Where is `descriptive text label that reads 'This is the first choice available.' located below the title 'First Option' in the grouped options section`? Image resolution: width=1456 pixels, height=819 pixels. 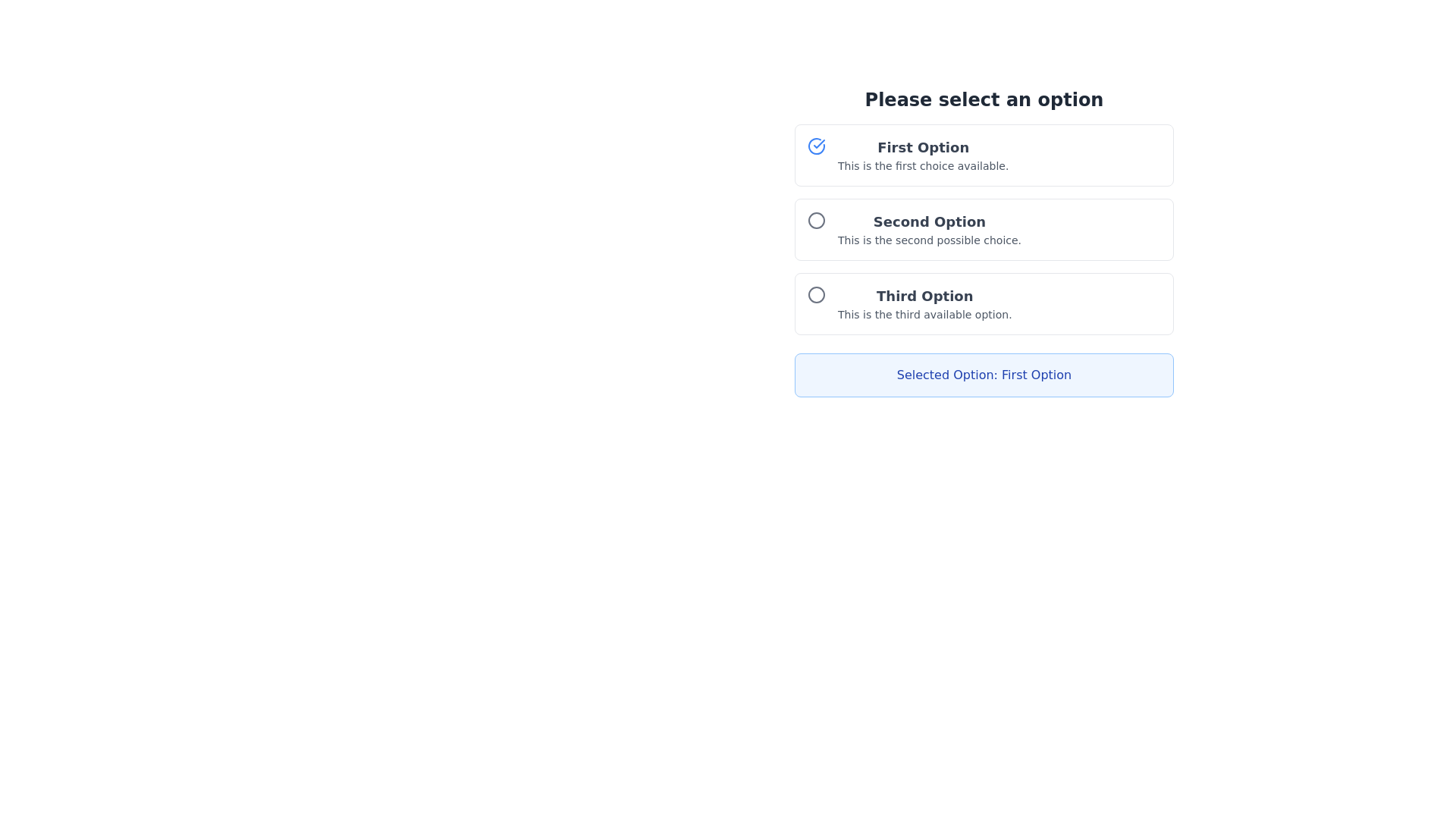 descriptive text label that reads 'This is the first choice available.' located below the title 'First Option' in the grouped options section is located at coordinates (922, 166).